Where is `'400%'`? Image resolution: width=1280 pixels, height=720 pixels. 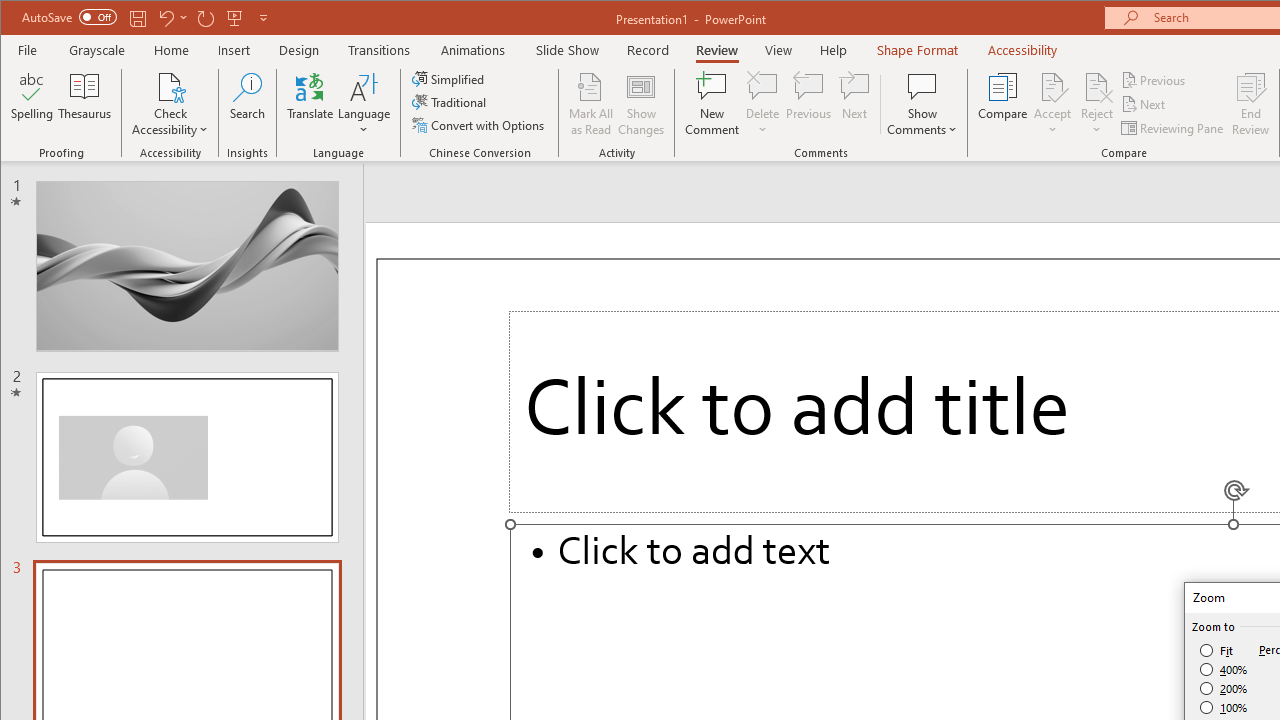 '400%' is located at coordinates (1223, 669).